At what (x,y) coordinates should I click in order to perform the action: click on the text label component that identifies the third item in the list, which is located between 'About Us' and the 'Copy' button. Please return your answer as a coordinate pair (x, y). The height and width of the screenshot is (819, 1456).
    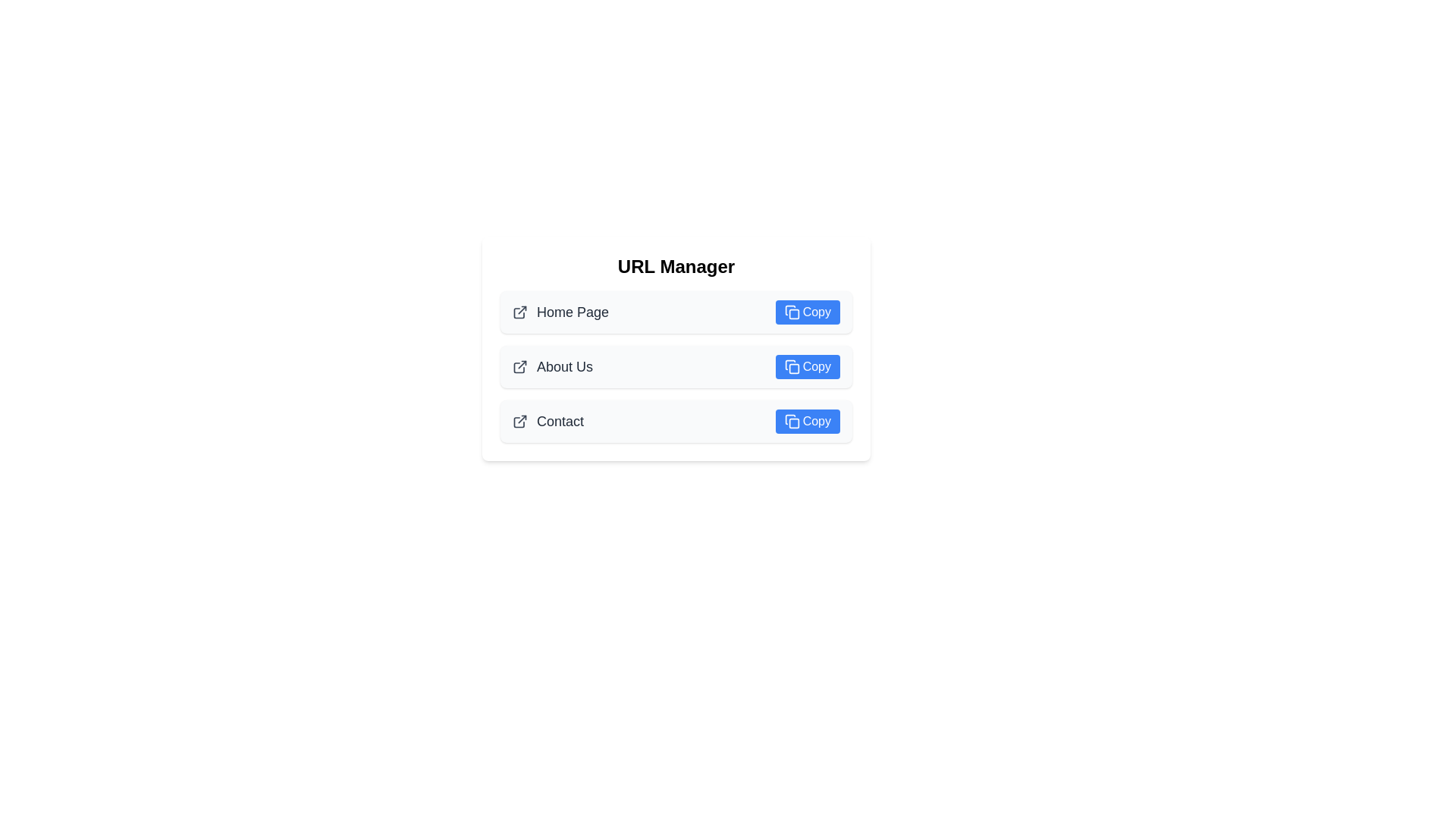
    Looking at the image, I should click on (560, 421).